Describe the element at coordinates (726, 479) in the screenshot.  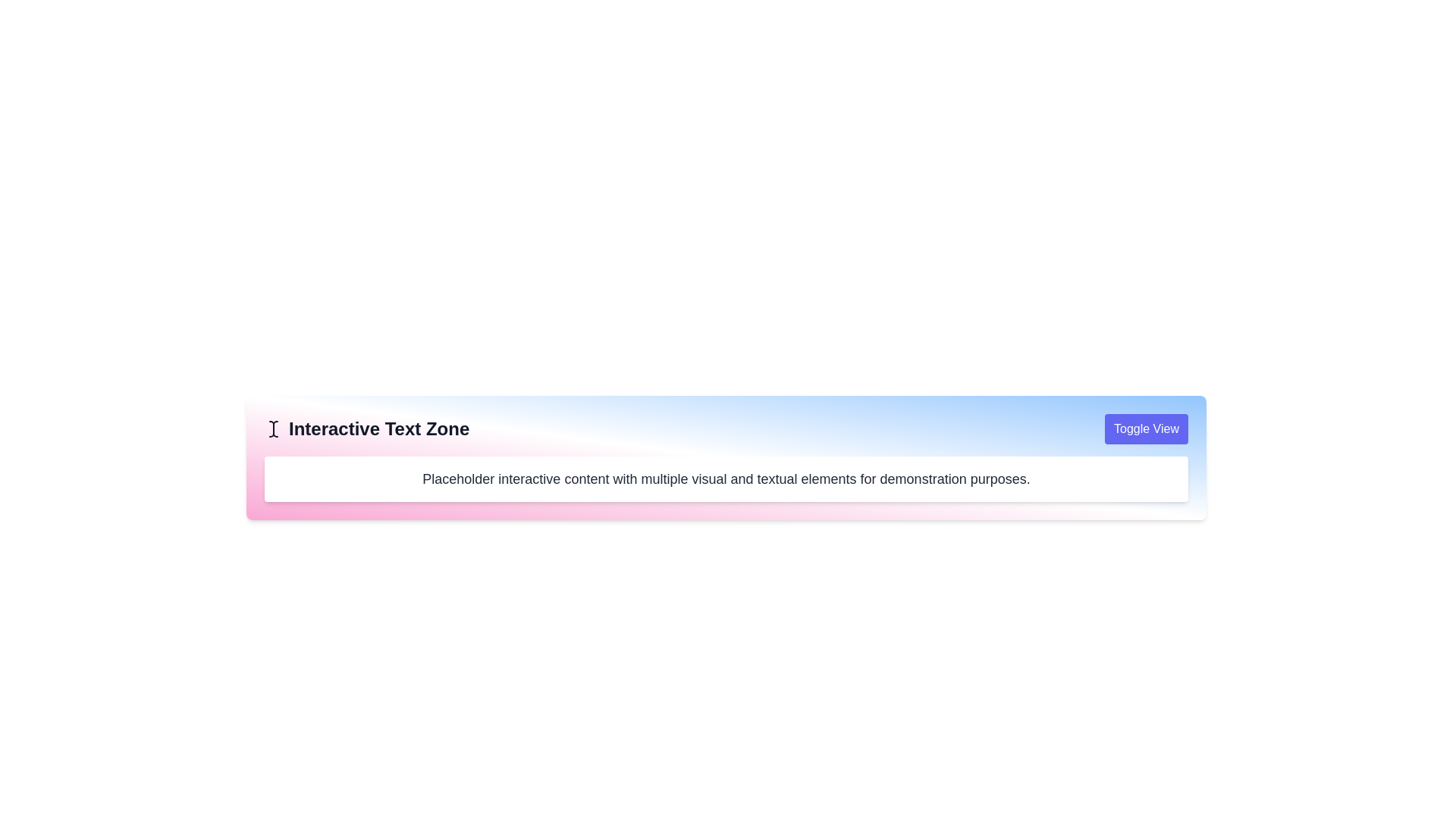
I see `the single-line gray text element displayed in the center of the white rounded card` at that location.